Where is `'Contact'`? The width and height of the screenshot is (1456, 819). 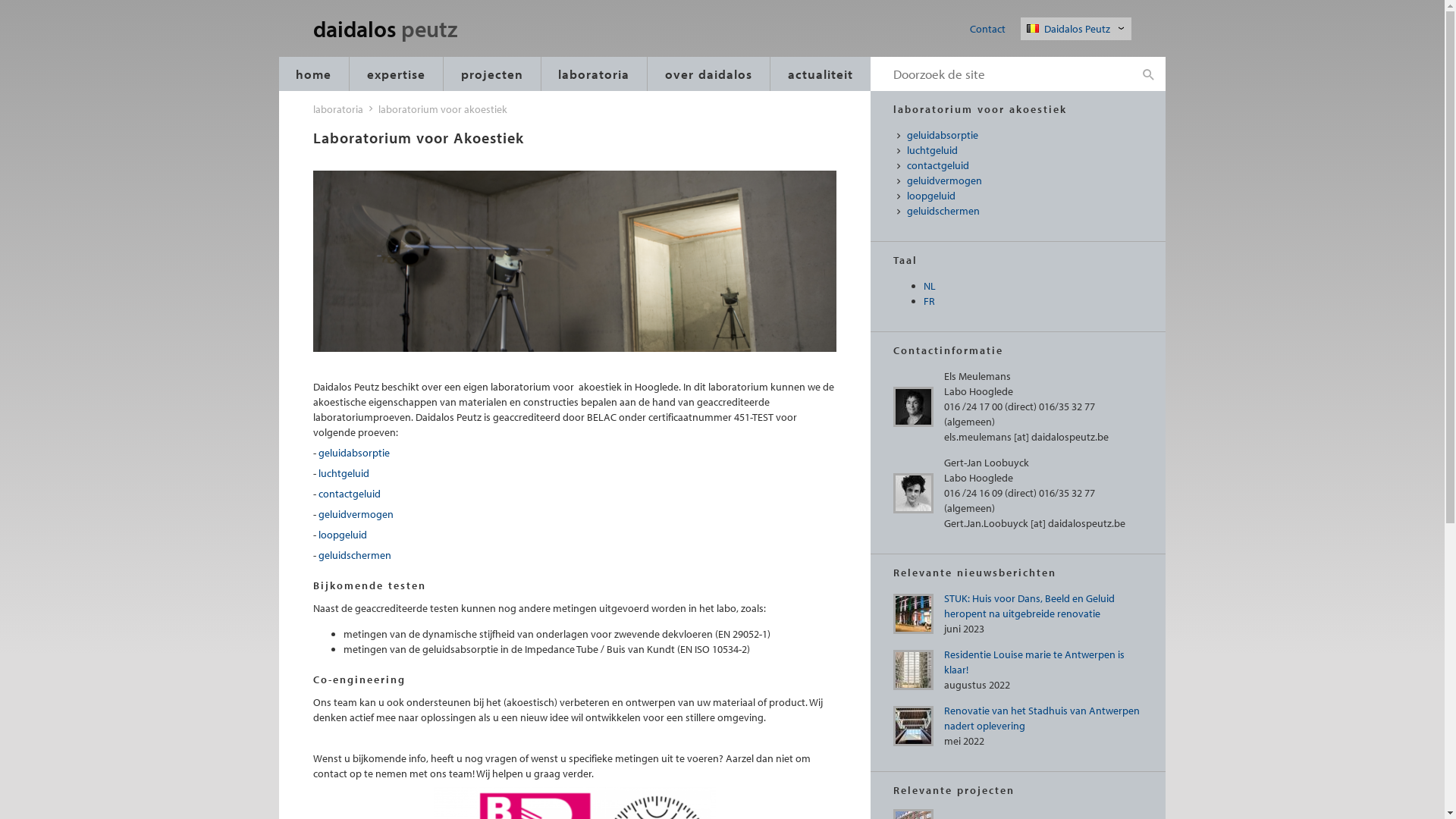
'Contact' is located at coordinates (987, 29).